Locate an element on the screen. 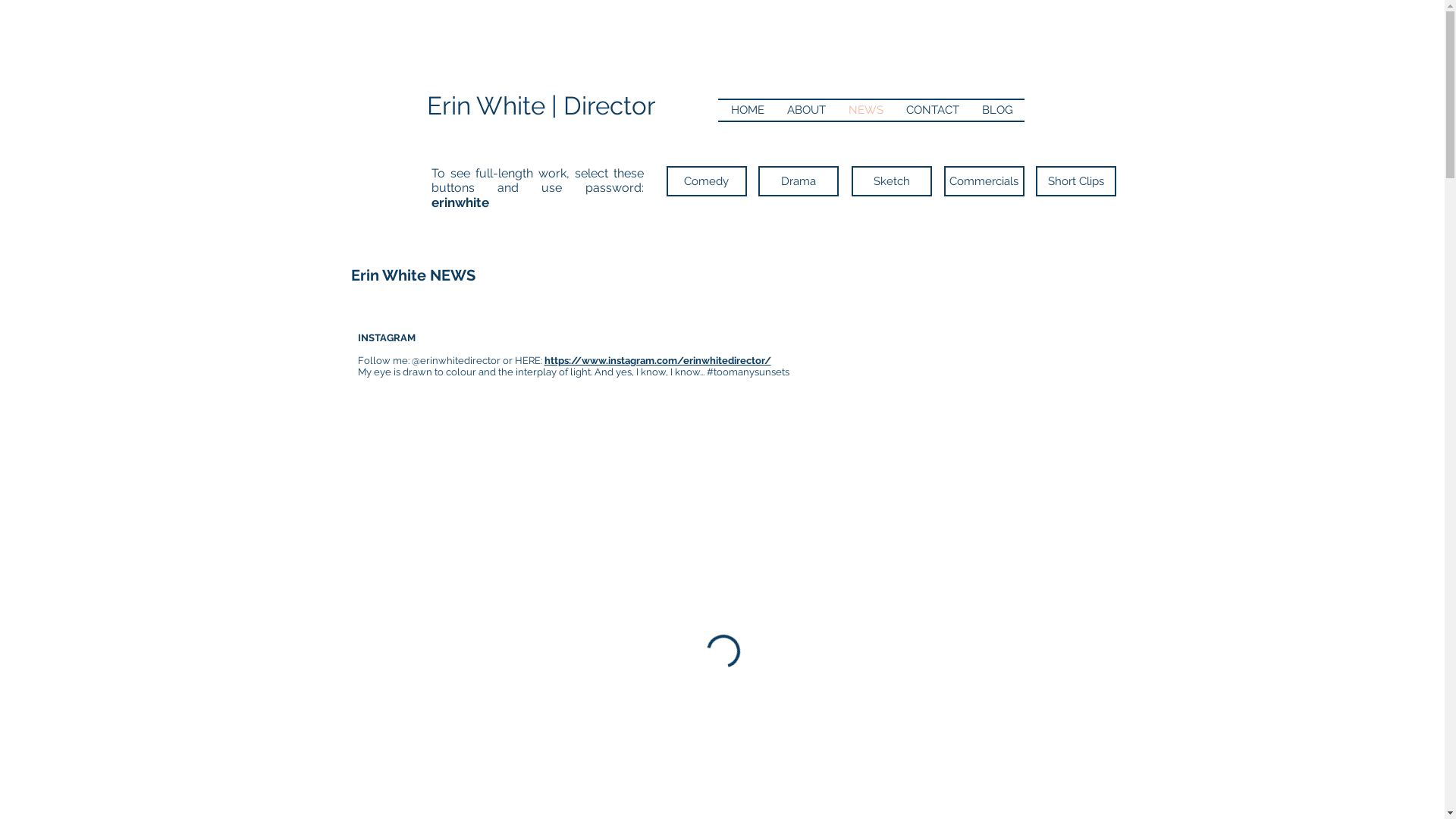 The width and height of the screenshot is (1456, 819). 'ABOUT' is located at coordinates (805, 109).